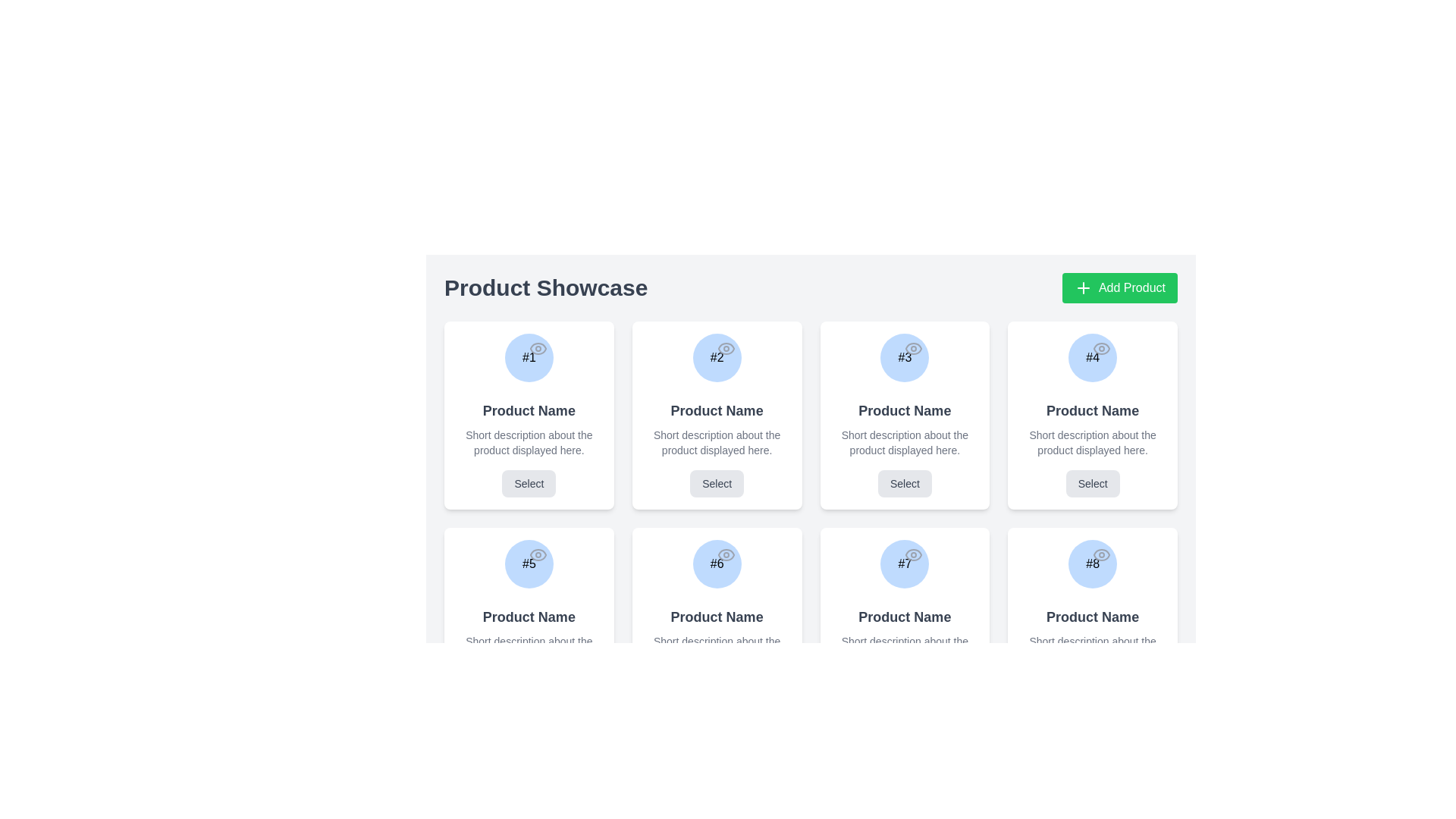 The height and width of the screenshot is (819, 1456). I want to click on the text label '#1' located at the top-center of the first product card in the grid layout, so click(529, 357).